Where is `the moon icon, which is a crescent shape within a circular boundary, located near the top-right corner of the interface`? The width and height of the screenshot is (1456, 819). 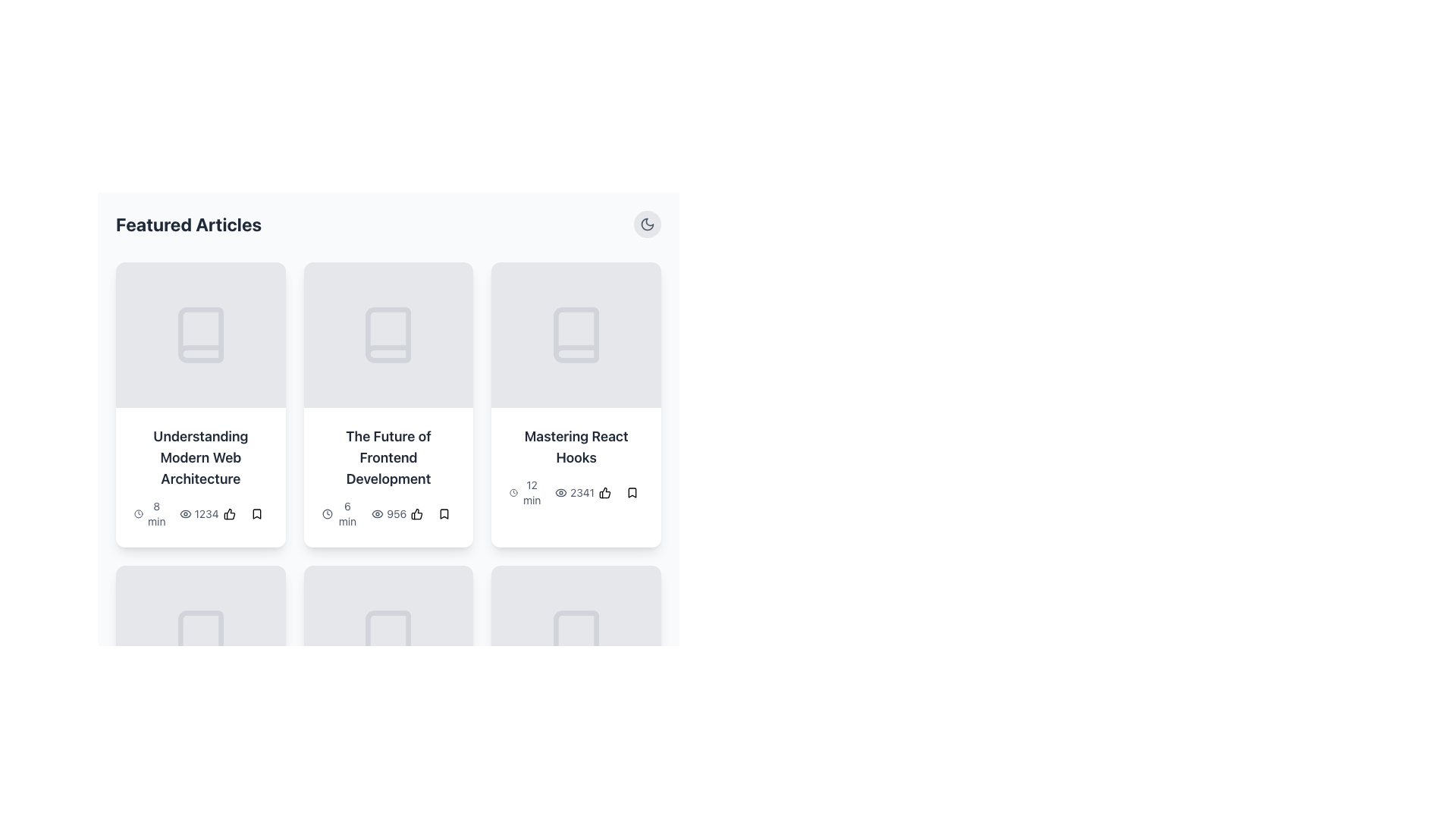
the moon icon, which is a crescent shape within a circular boundary, located near the top-right corner of the interface is located at coordinates (648, 224).